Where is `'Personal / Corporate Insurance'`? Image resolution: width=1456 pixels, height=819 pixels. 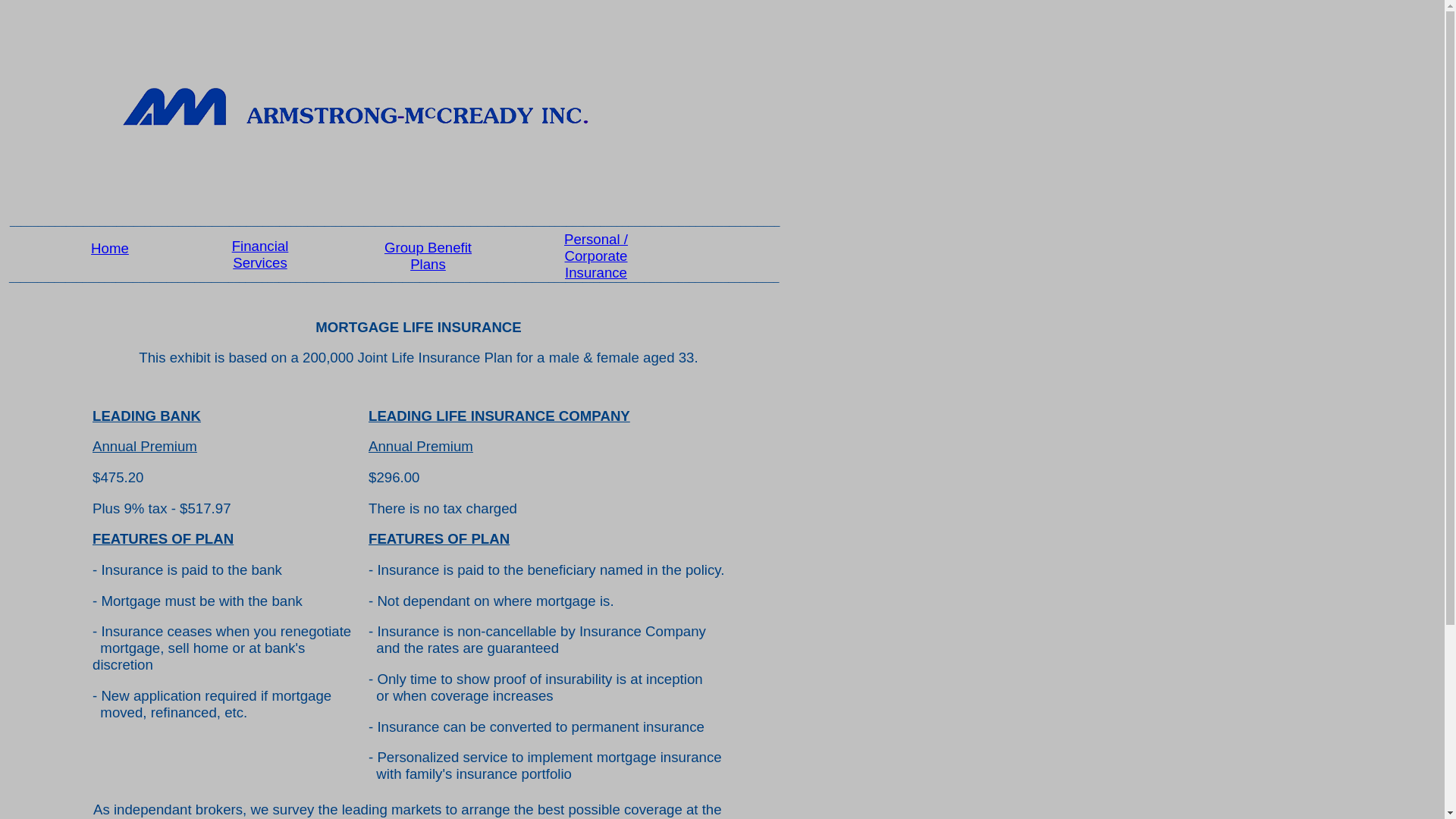 'Personal / Corporate Insurance' is located at coordinates (595, 255).